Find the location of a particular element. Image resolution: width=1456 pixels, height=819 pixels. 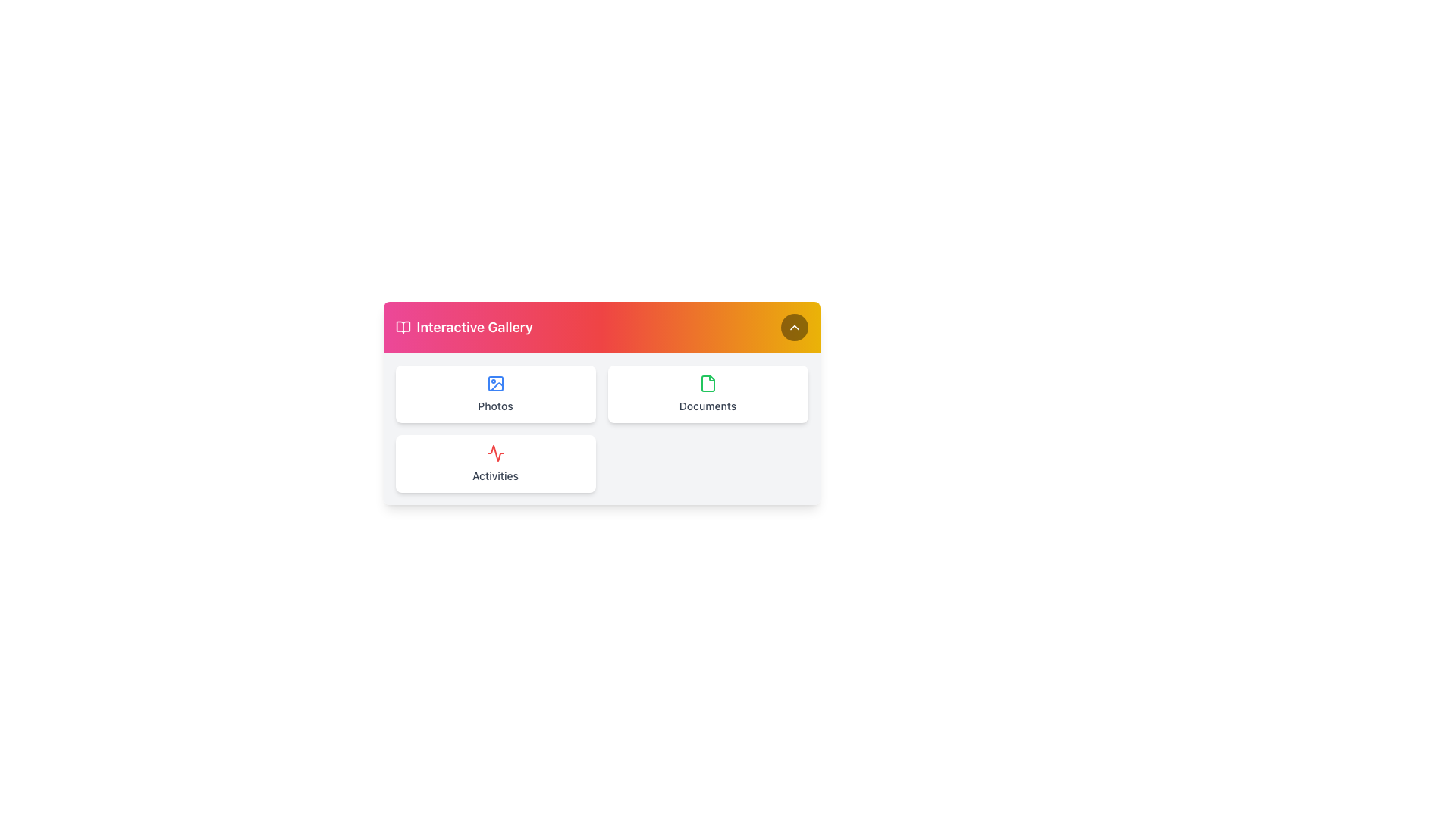

the 'Activities' icon, which serves as a visual identifier for the associated section or interactive feature located at the top of the rectangular section labeled 'Activities' is located at coordinates (495, 452).